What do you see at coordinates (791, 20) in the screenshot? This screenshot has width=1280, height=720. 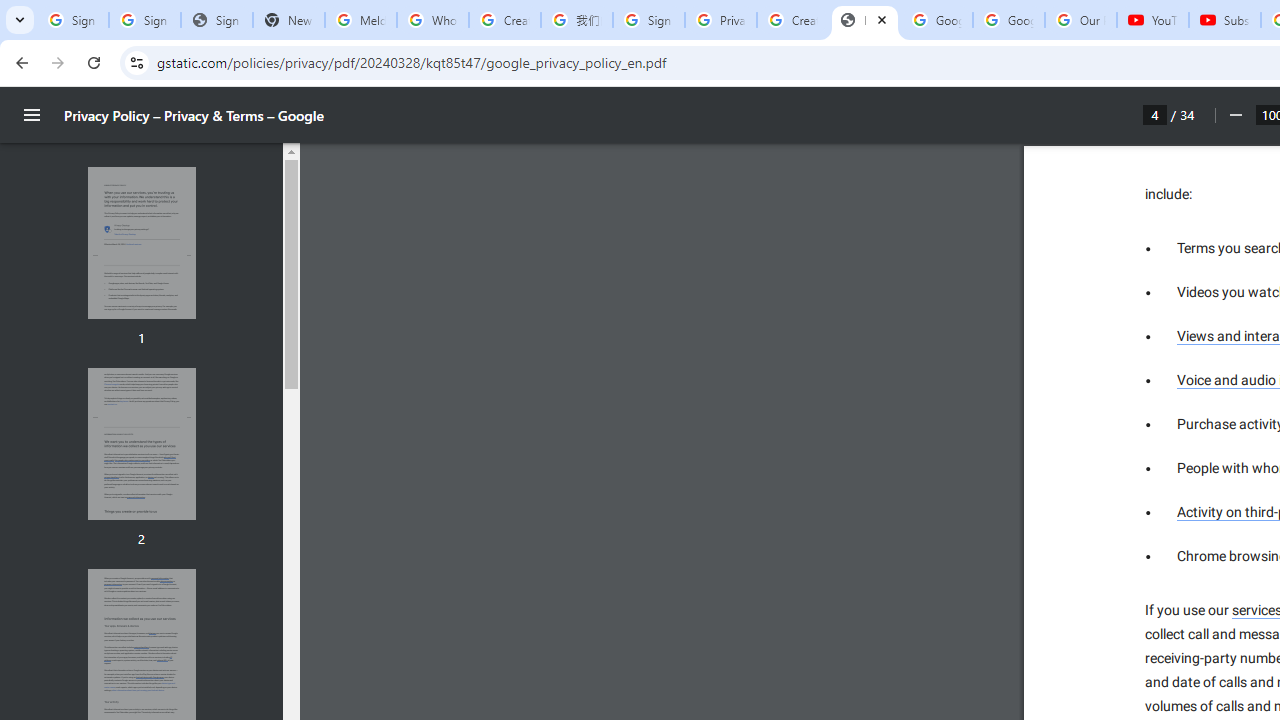 I see `'Create your Google Account'` at bounding box center [791, 20].